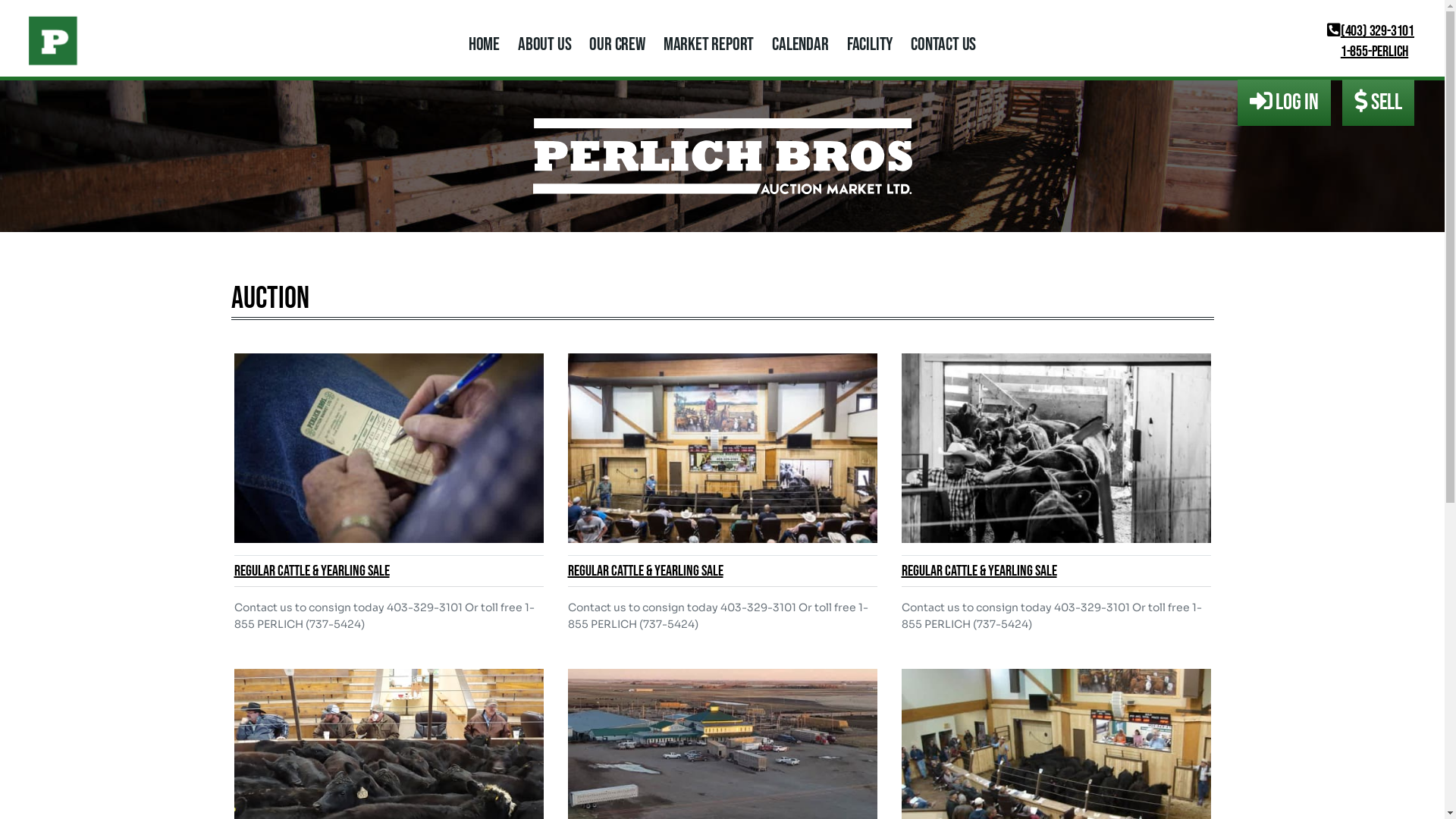 The image size is (1456, 819). Describe the element at coordinates (617, 43) in the screenshot. I see `'OUR CREW'` at that location.